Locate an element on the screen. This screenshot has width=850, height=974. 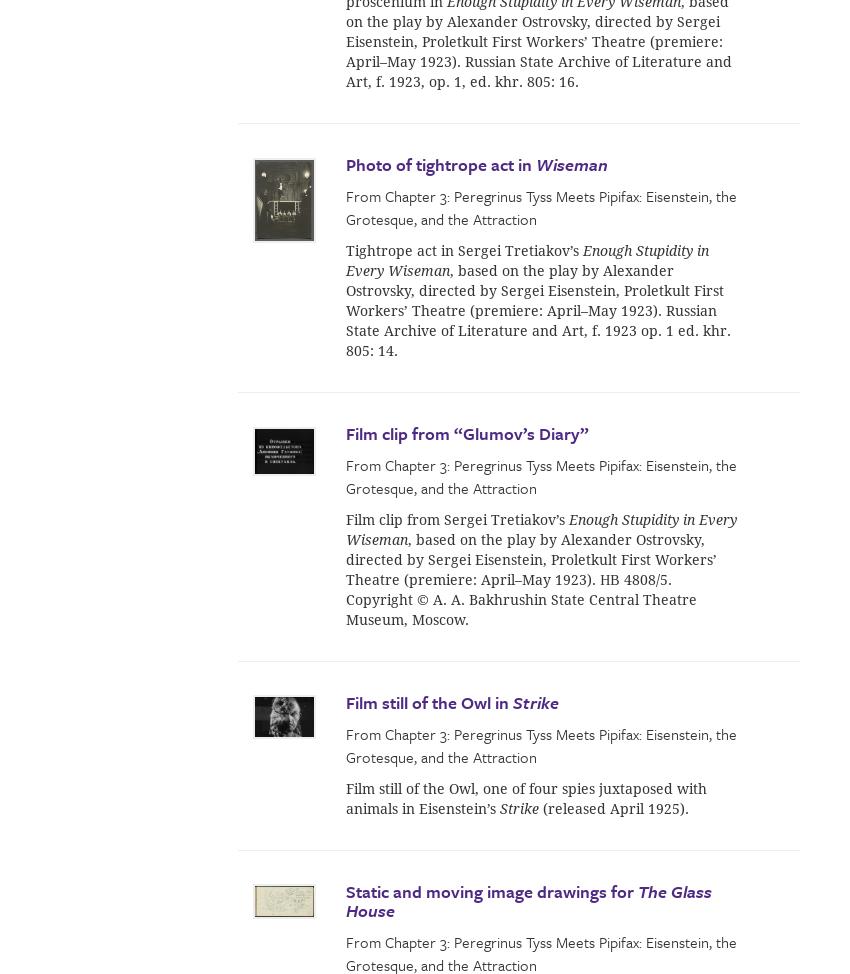
'Film still of the Owl, one of four spies juxtaposed with animals in Eisenstein’s' is located at coordinates (525, 796).